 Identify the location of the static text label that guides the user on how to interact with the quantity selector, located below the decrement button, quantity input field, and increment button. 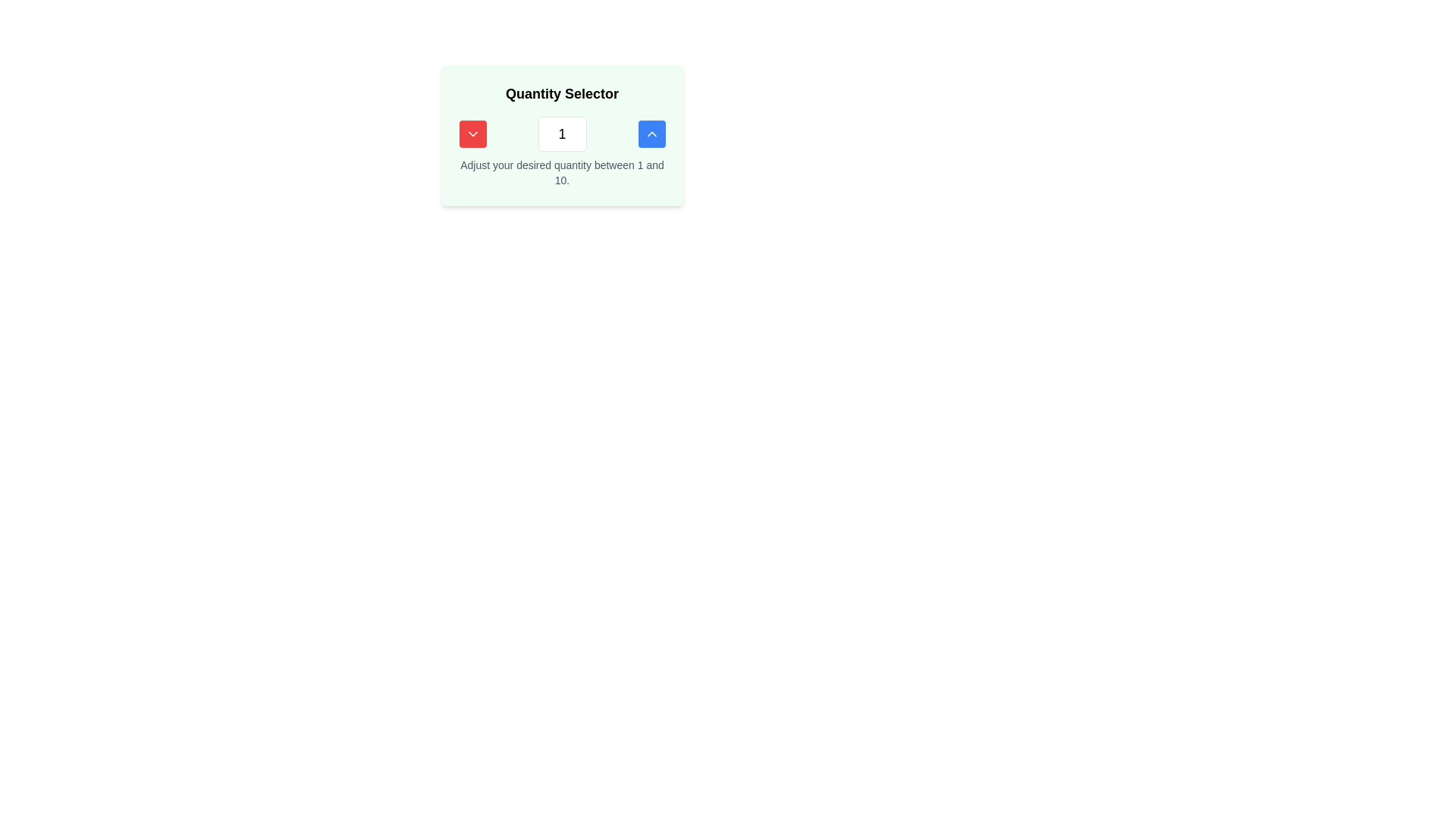
(561, 171).